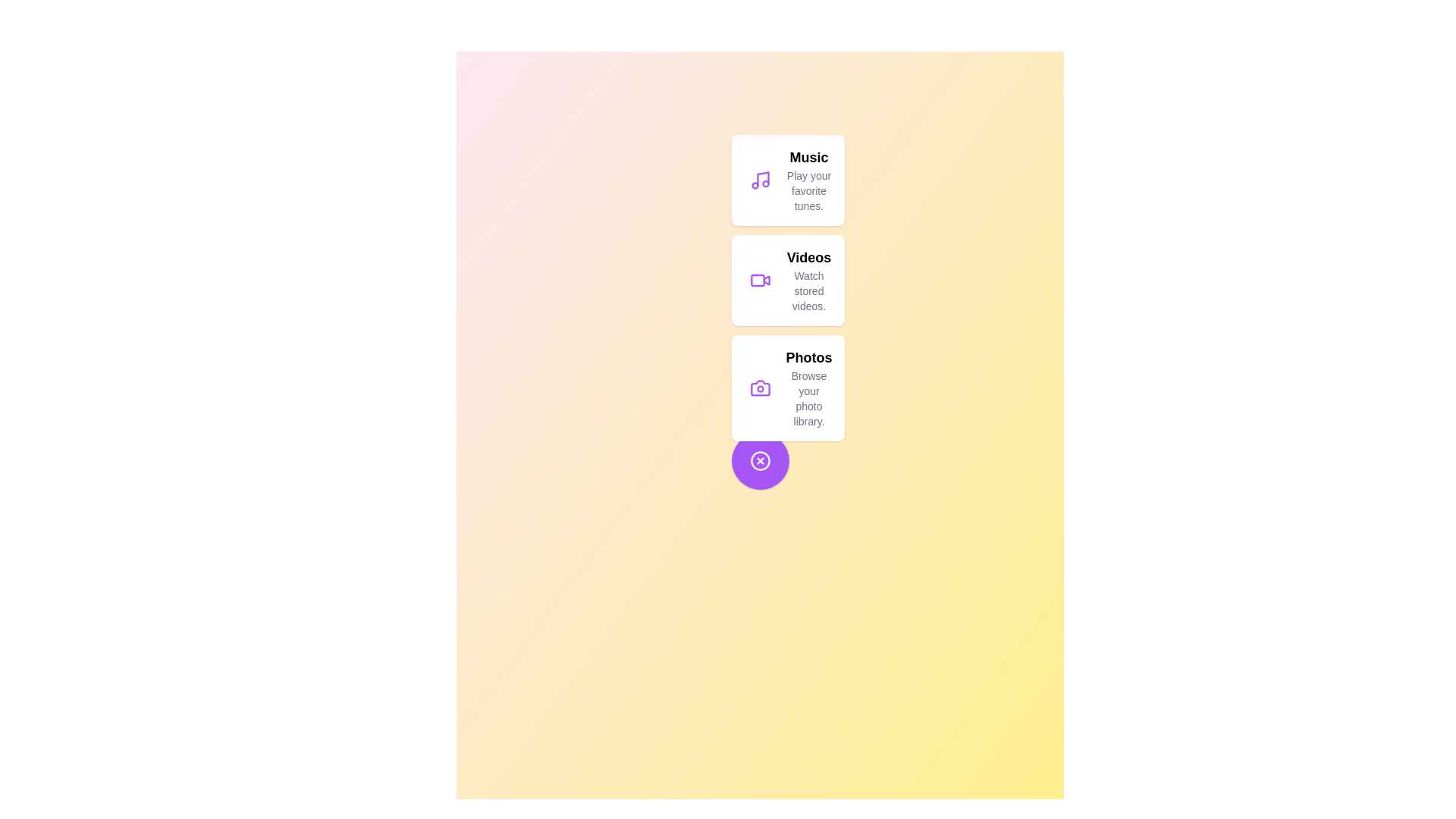  What do you see at coordinates (787, 388) in the screenshot?
I see `the 'Photos' option to browse the photo library` at bounding box center [787, 388].